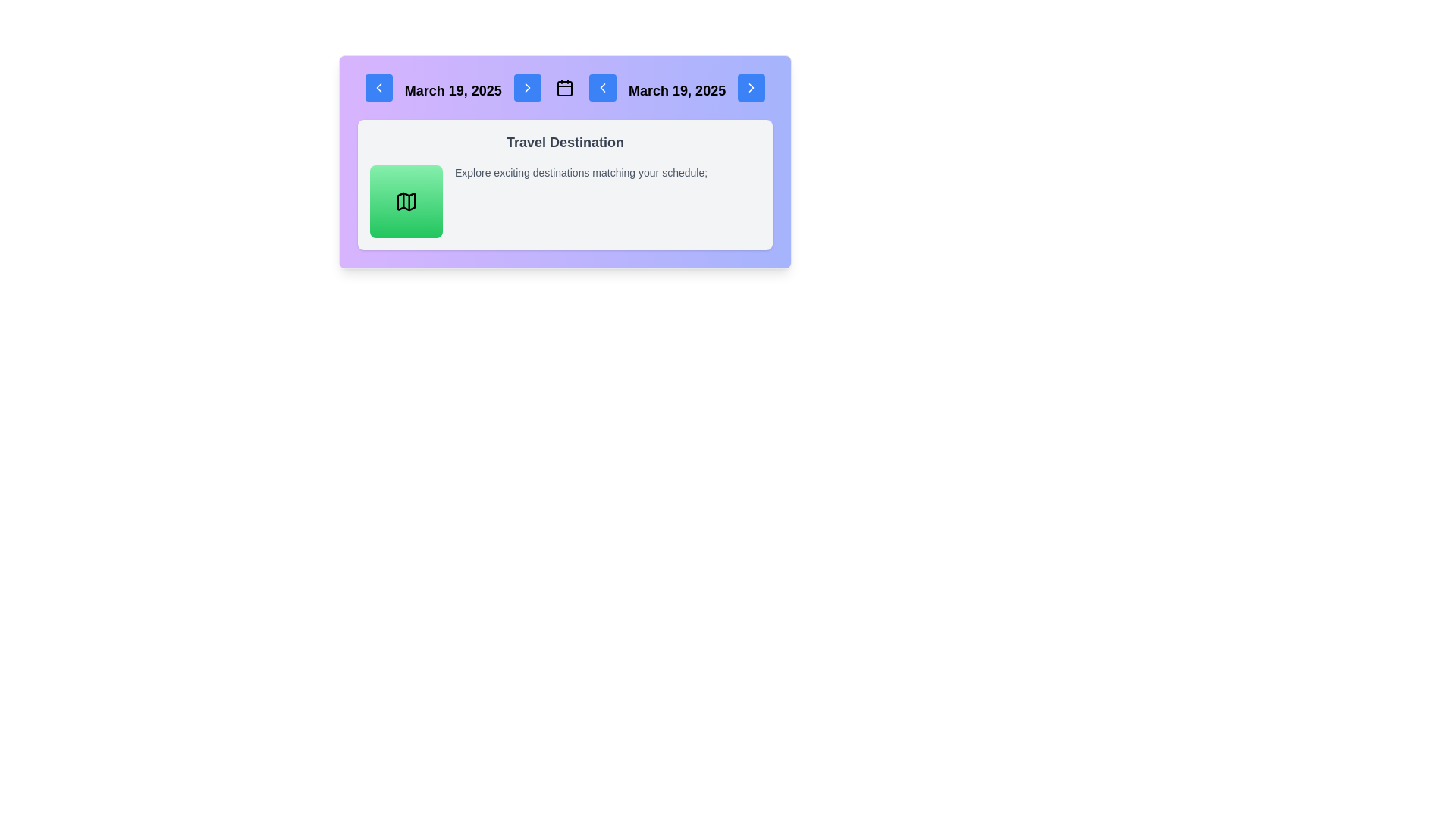  What do you see at coordinates (378, 87) in the screenshot?
I see `the left-pointing chevron icon within the blue navigation button` at bounding box center [378, 87].